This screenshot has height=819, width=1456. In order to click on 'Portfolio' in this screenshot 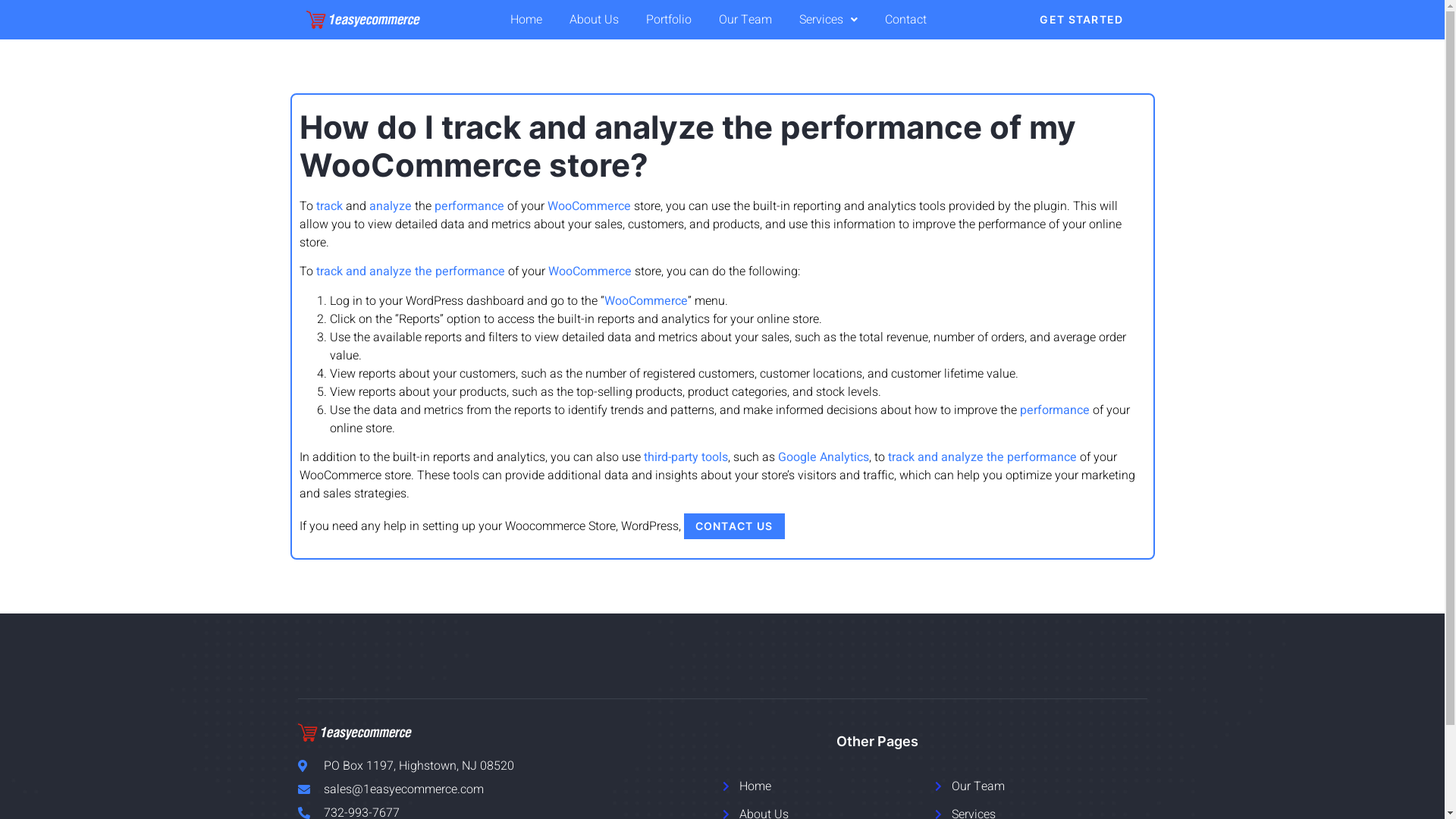, I will do `click(632, 20)`.